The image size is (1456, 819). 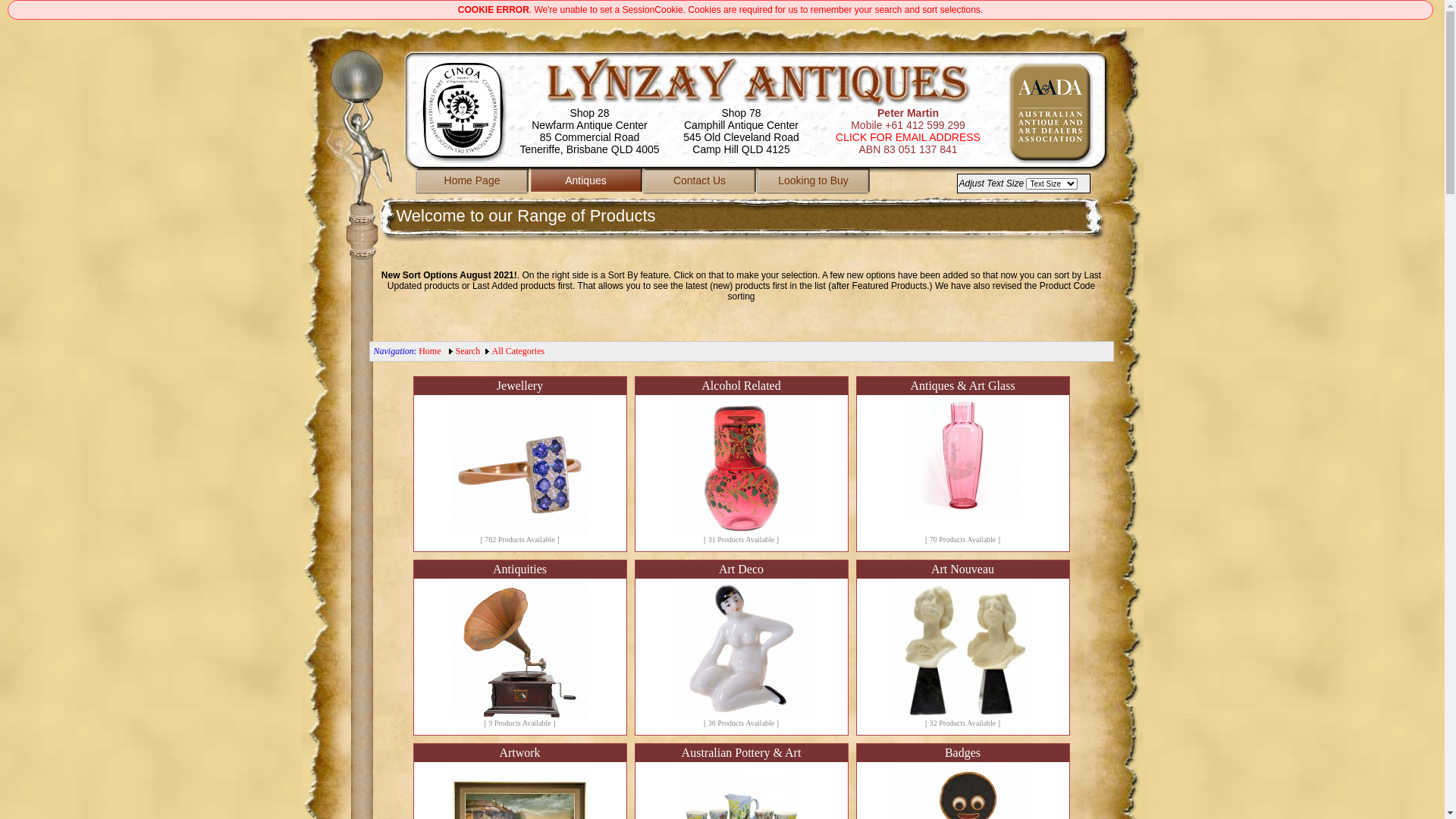 I want to click on 'Art Deco, so click(x=741, y=647).